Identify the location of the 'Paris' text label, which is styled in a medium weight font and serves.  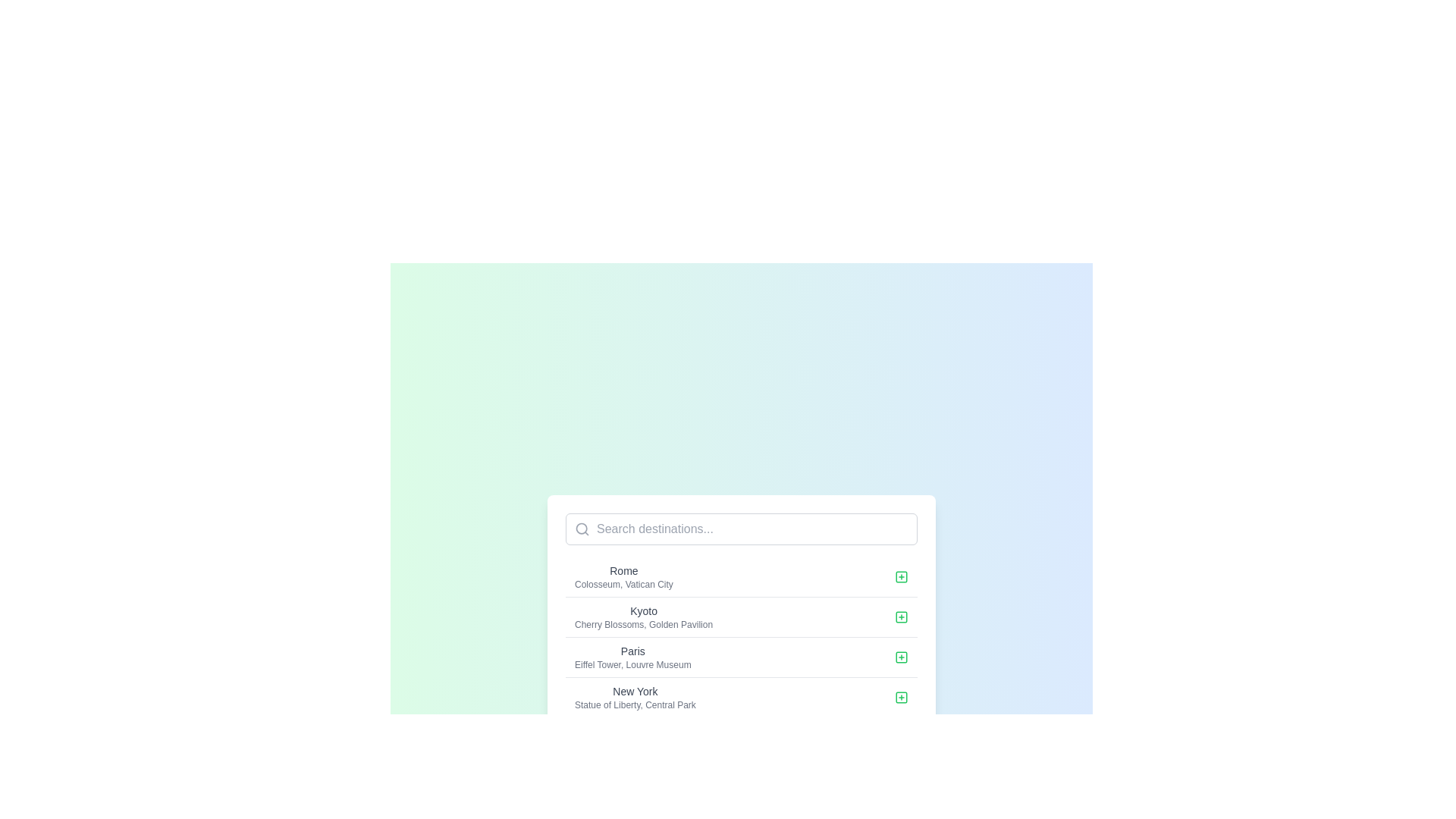
(632, 651).